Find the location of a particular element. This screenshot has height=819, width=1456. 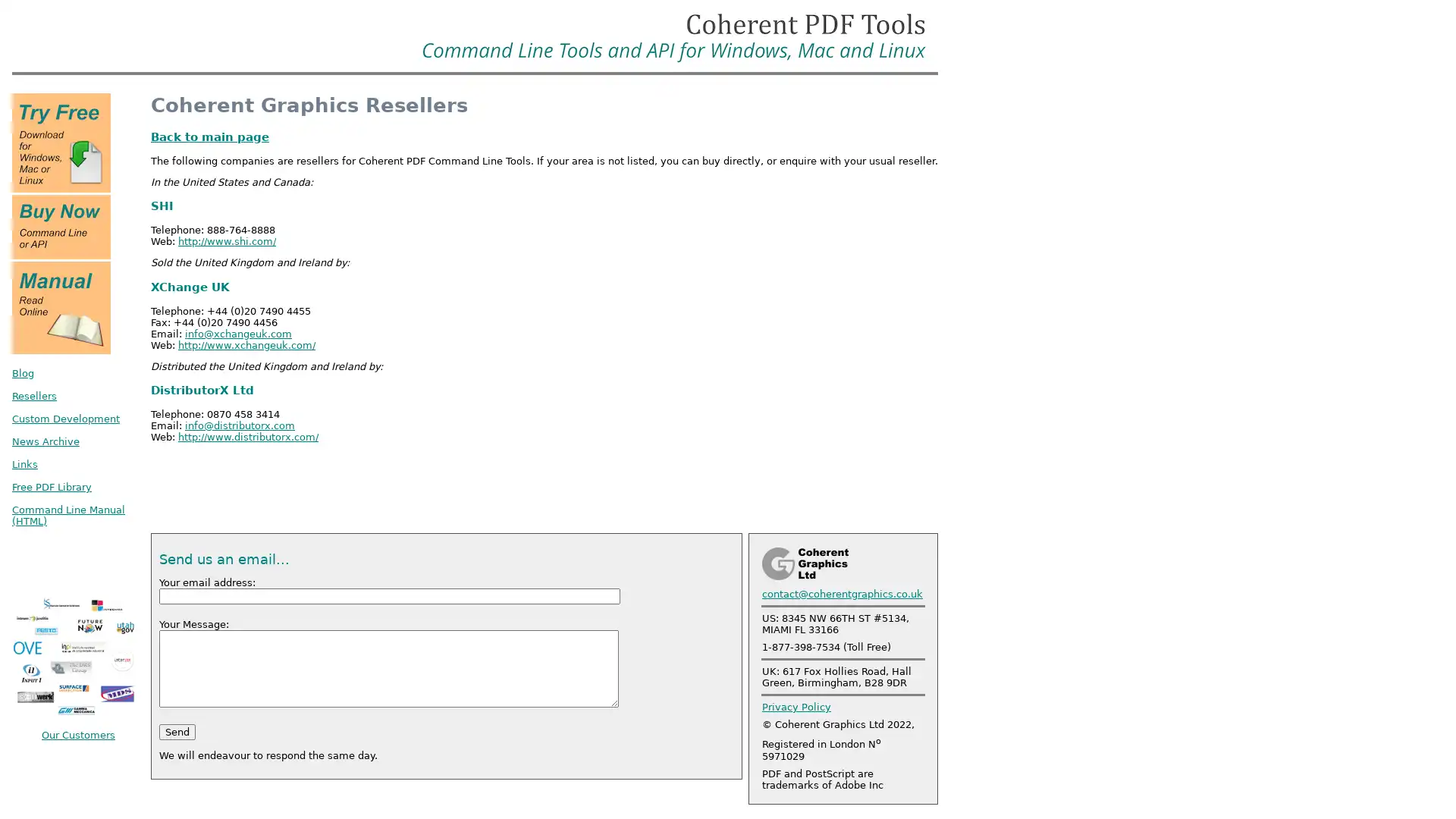

Send is located at coordinates (177, 730).